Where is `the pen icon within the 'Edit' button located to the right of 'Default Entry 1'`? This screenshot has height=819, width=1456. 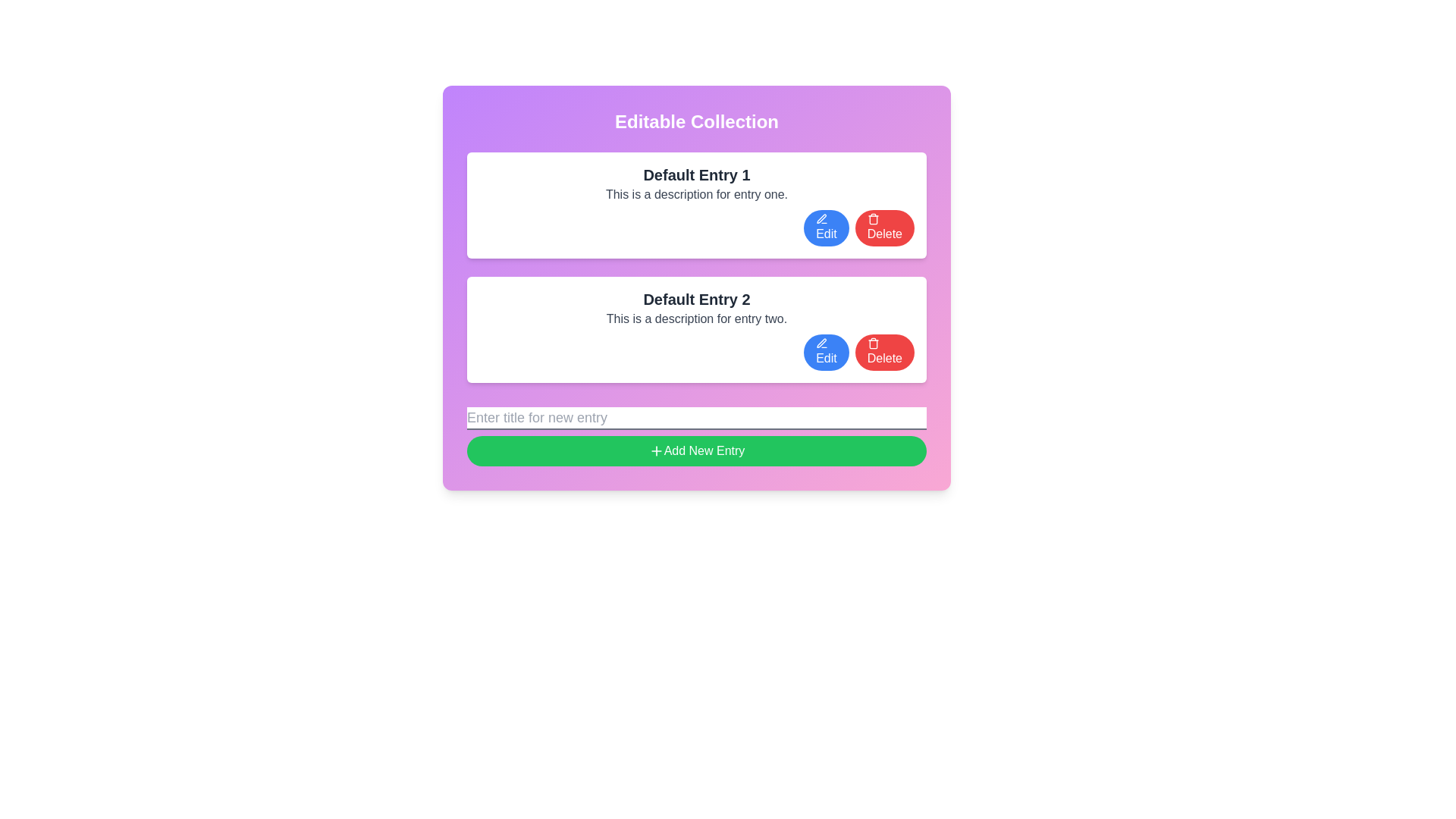 the pen icon within the 'Edit' button located to the right of 'Default Entry 1' is located at coordinates (821, 218).